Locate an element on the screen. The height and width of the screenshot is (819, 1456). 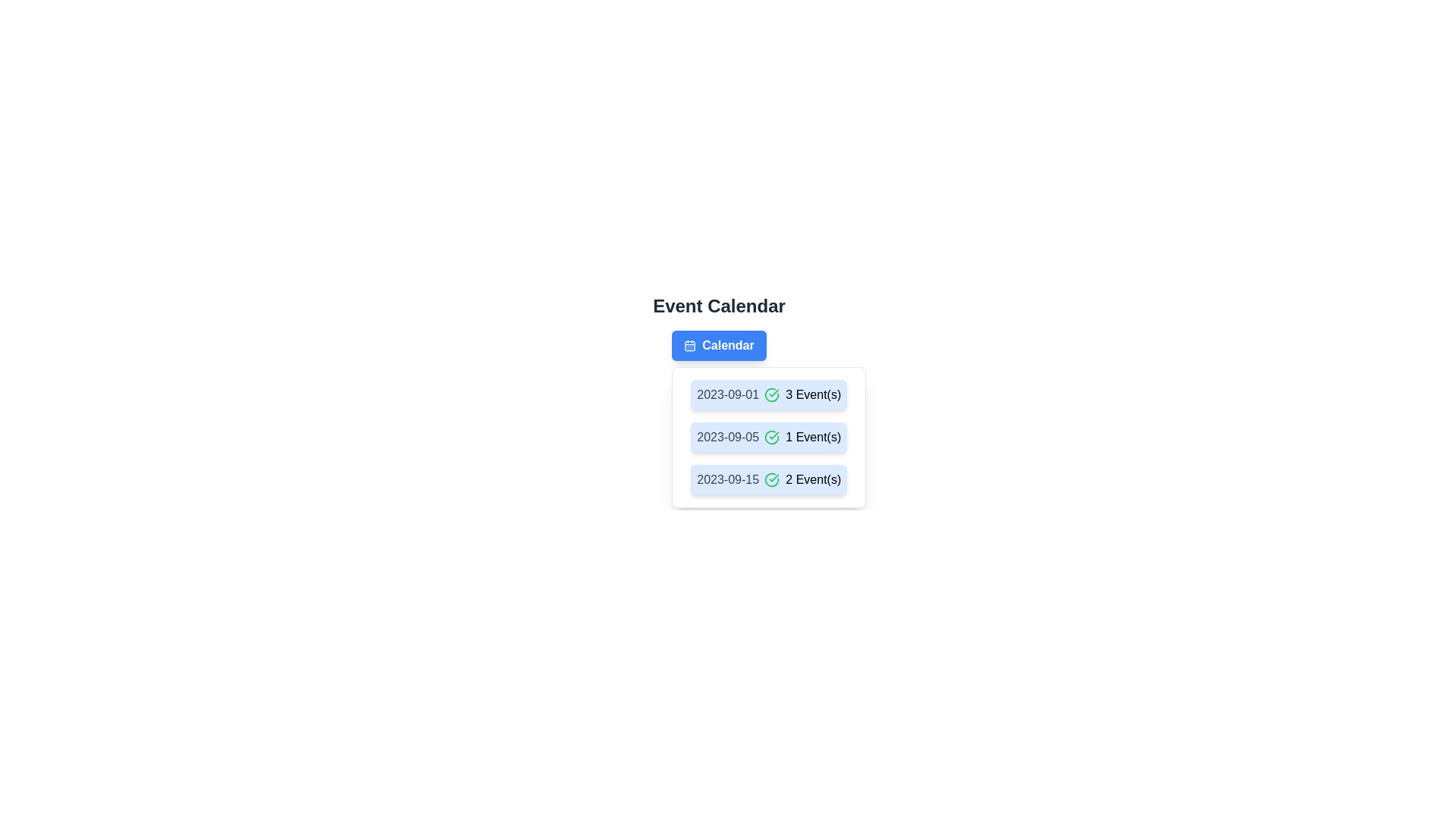
the confirmation icon located to the left of '2 Event(s)' in the list item dated 2023-09-15 is located at coordinates (771, 479).